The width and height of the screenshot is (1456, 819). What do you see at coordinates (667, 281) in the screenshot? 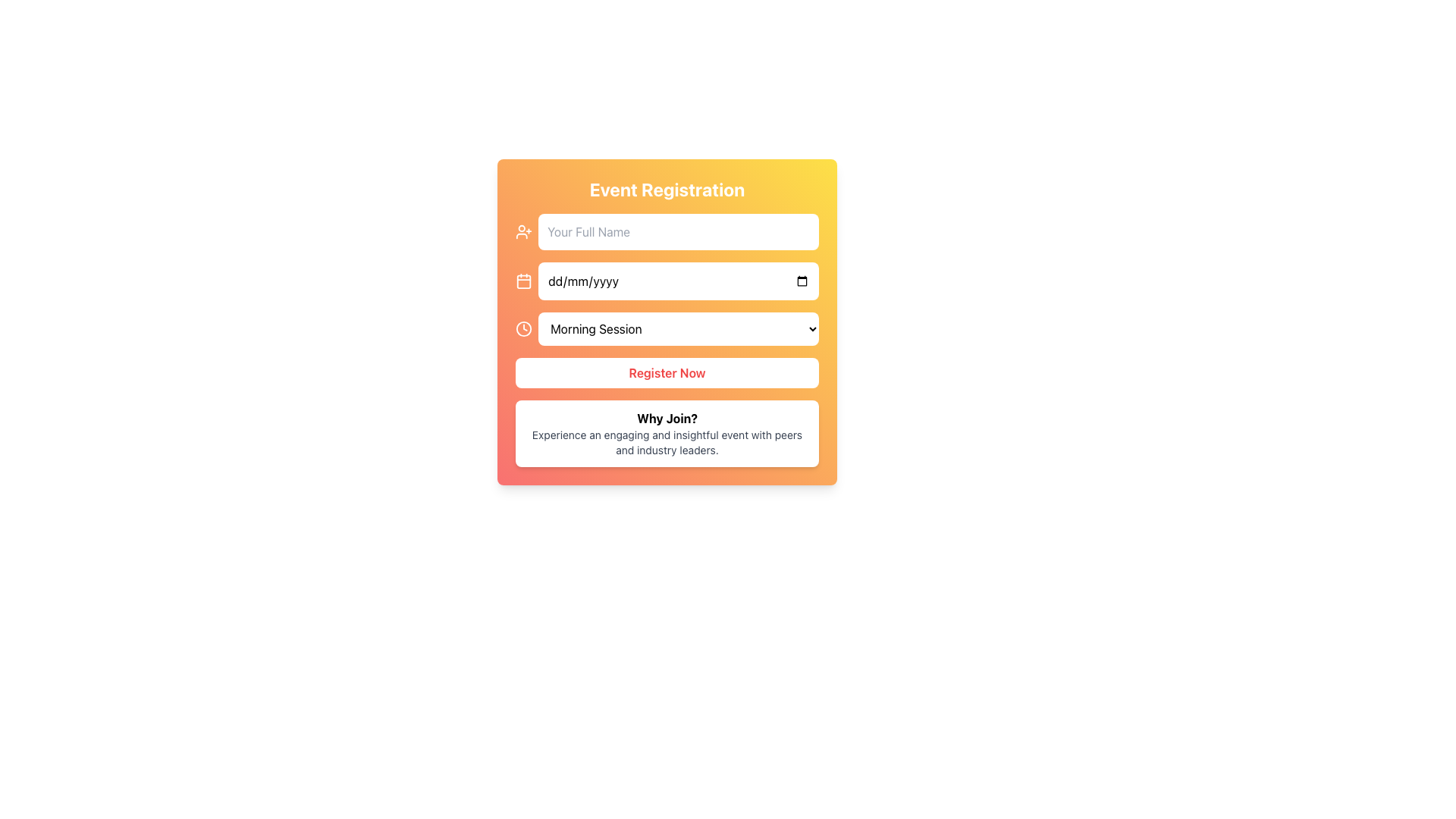
I see `the date input field styled with rounded corners and a borderless appearance, which is located below the 'Your Full Name' input field and above the 'Morning Session' dropdown` at bounding box center [667, 281].